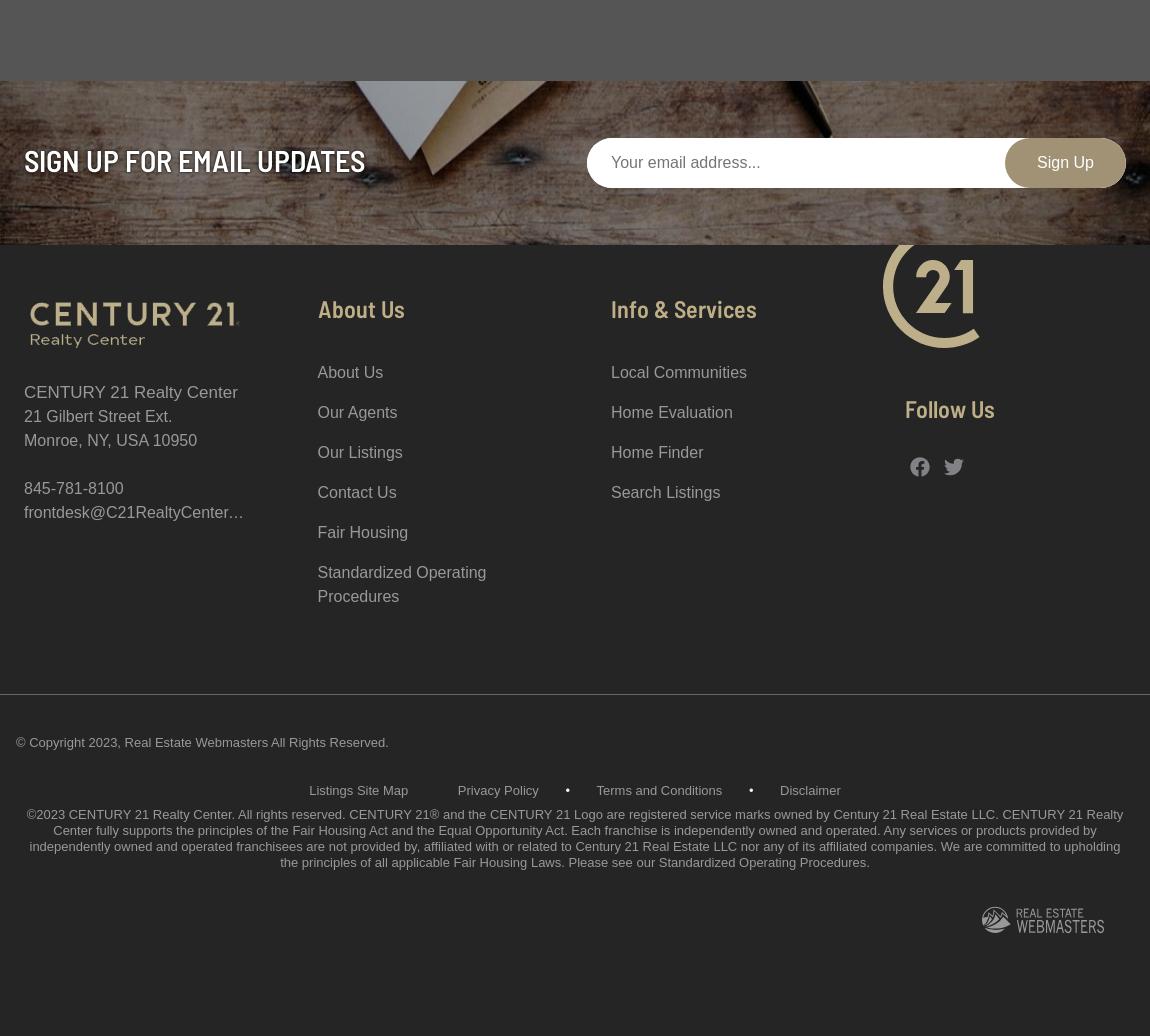 This screenshot has height=1036, width=1150. Describe the element at coordinates (657, 790) in the screenshot. I see `'Terms and Conditions'` at that location.